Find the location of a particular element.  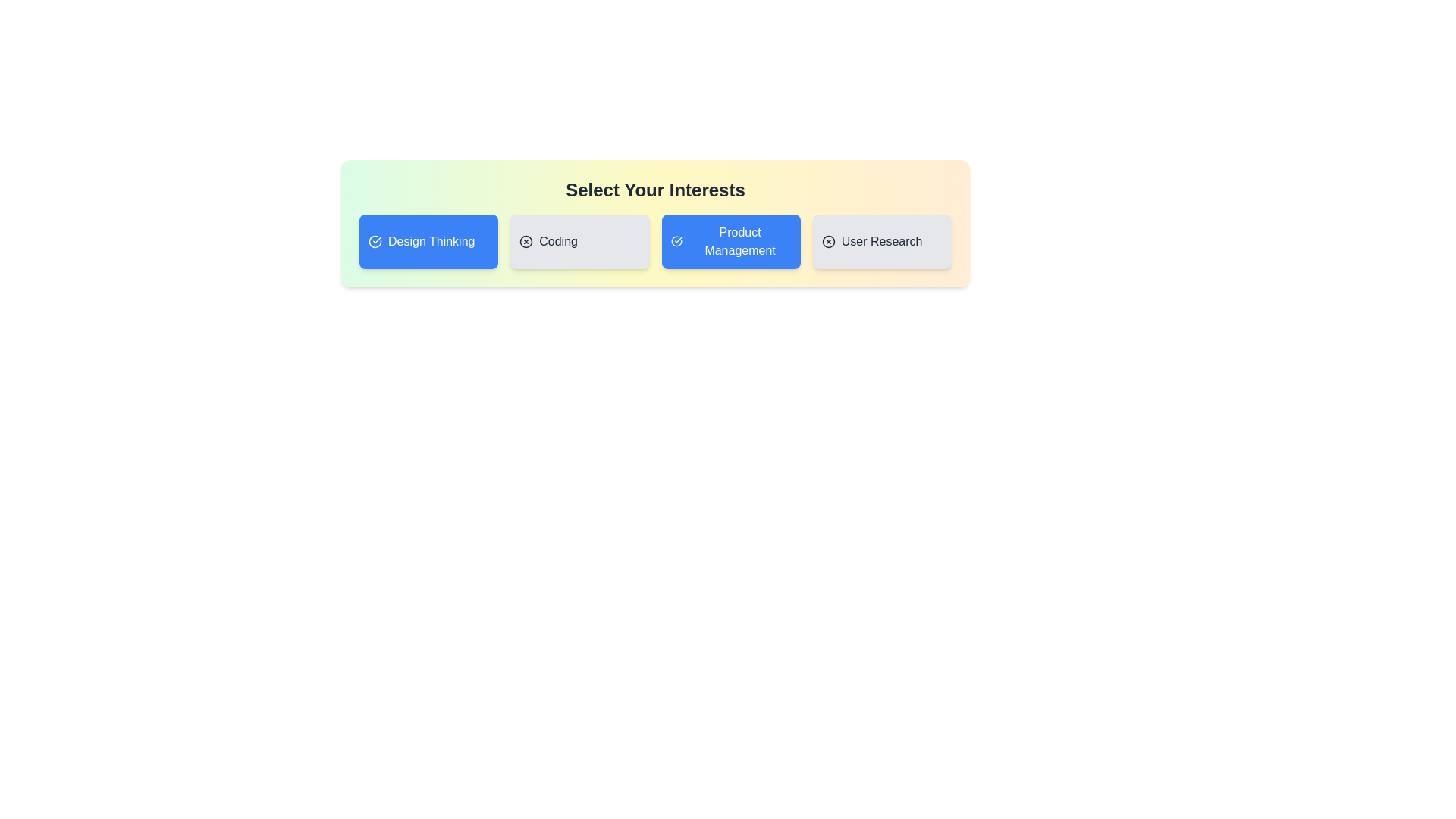

the chip labeled Product Management is located at coordinates (731, 241).